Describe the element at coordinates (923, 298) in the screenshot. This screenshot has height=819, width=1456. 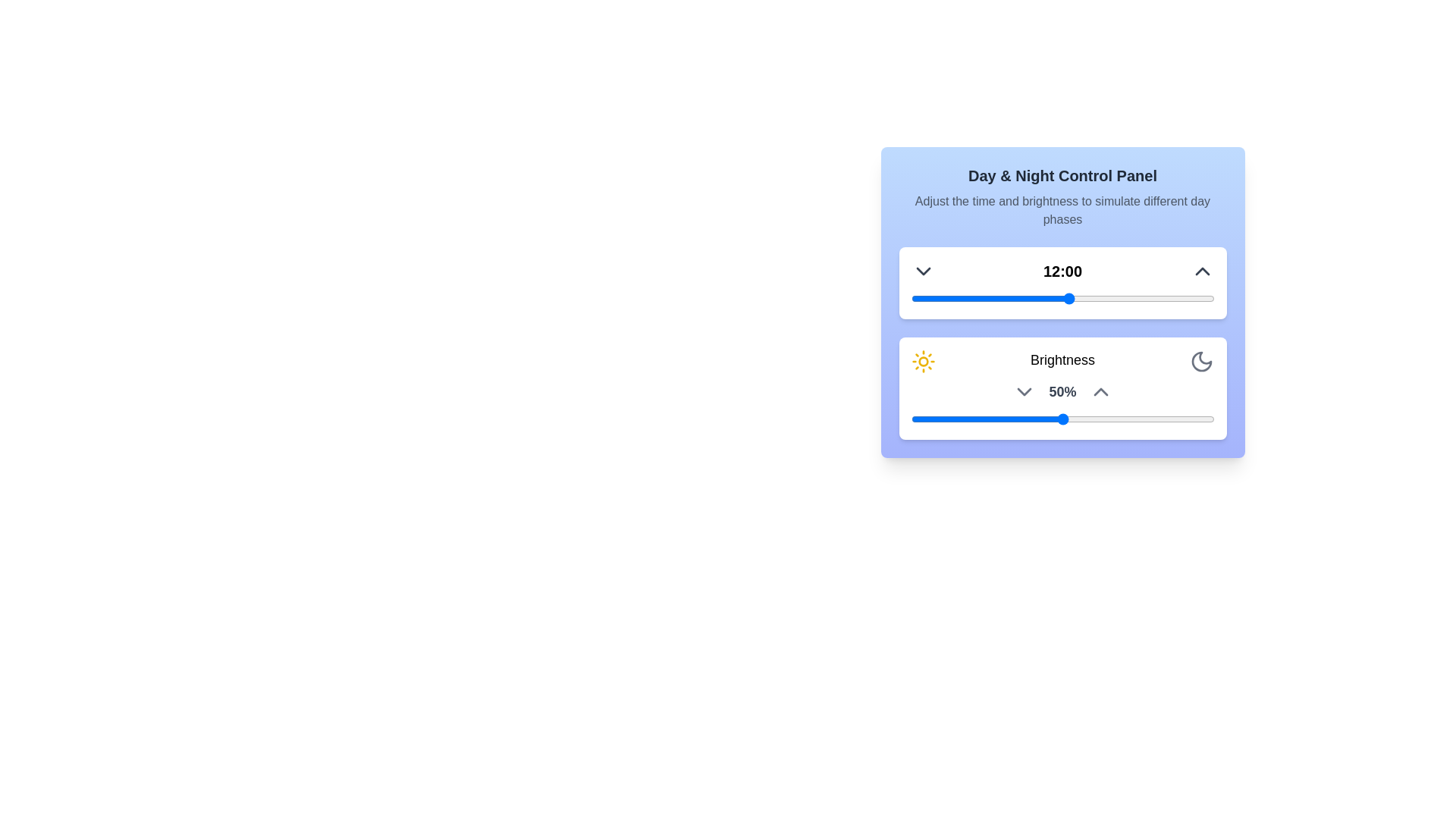
I see `time` at that location.